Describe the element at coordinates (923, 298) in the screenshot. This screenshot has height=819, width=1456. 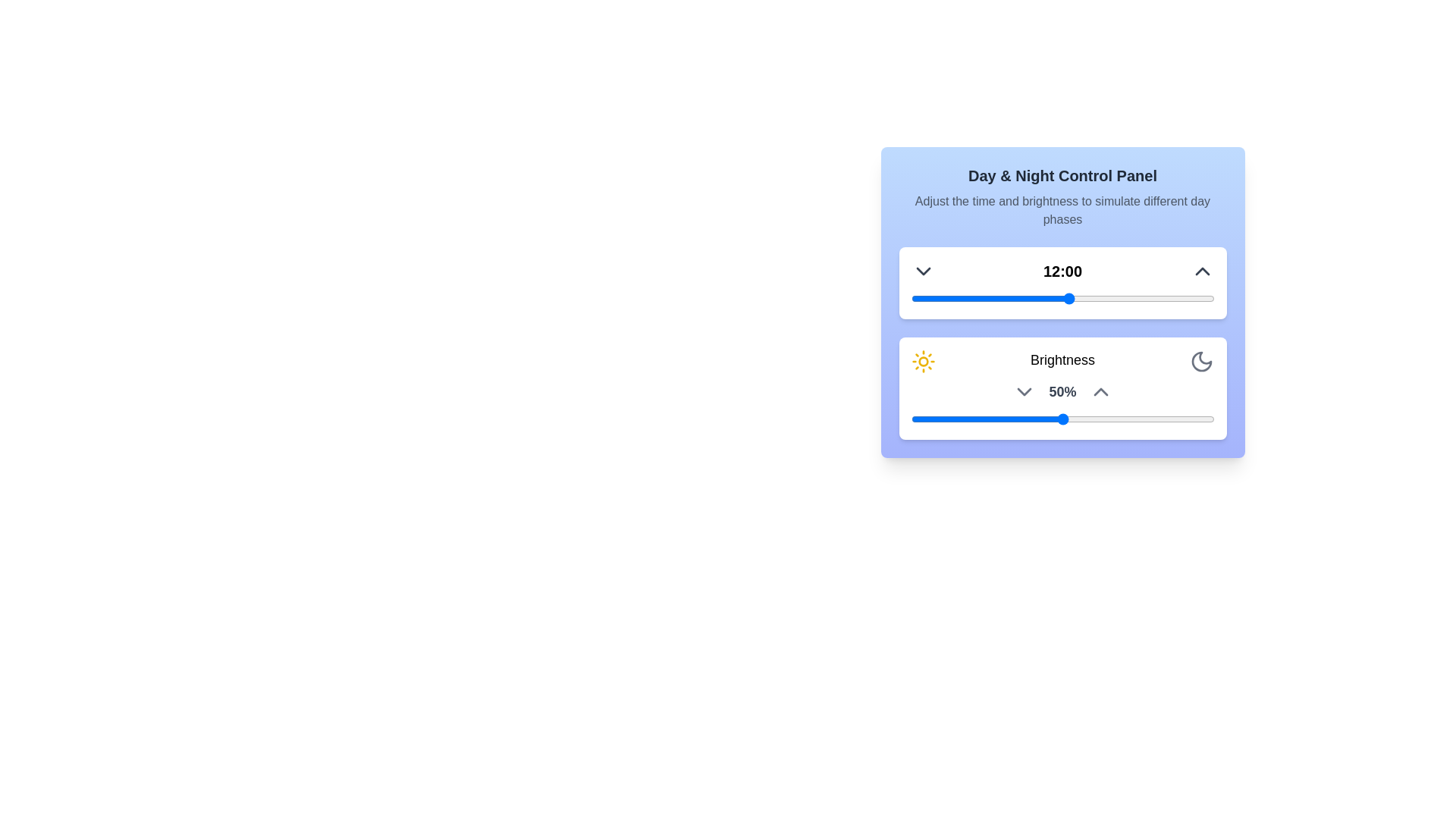
I see `time` at that location.